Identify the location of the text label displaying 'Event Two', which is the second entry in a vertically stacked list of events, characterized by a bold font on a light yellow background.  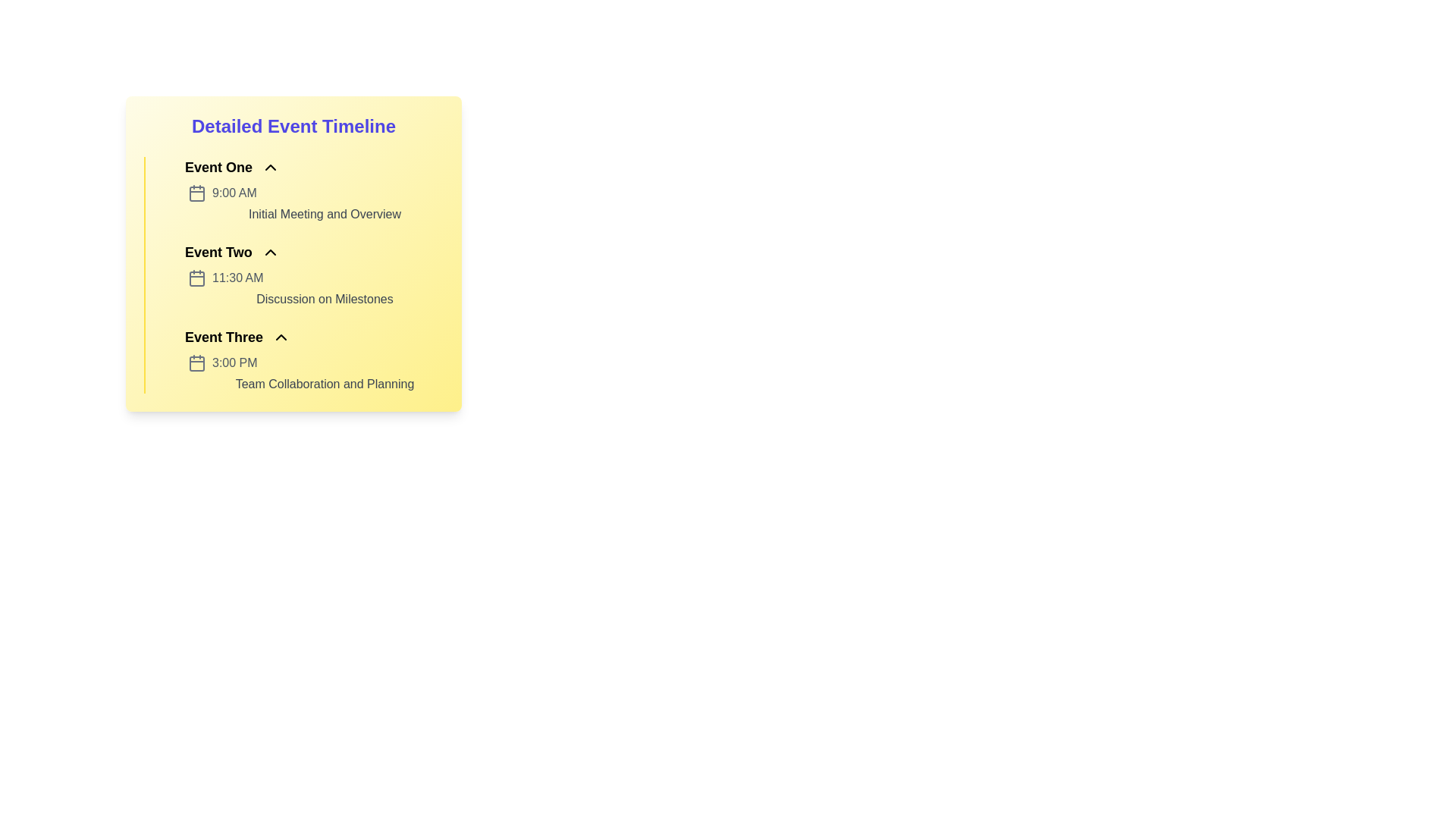
(218, 251).